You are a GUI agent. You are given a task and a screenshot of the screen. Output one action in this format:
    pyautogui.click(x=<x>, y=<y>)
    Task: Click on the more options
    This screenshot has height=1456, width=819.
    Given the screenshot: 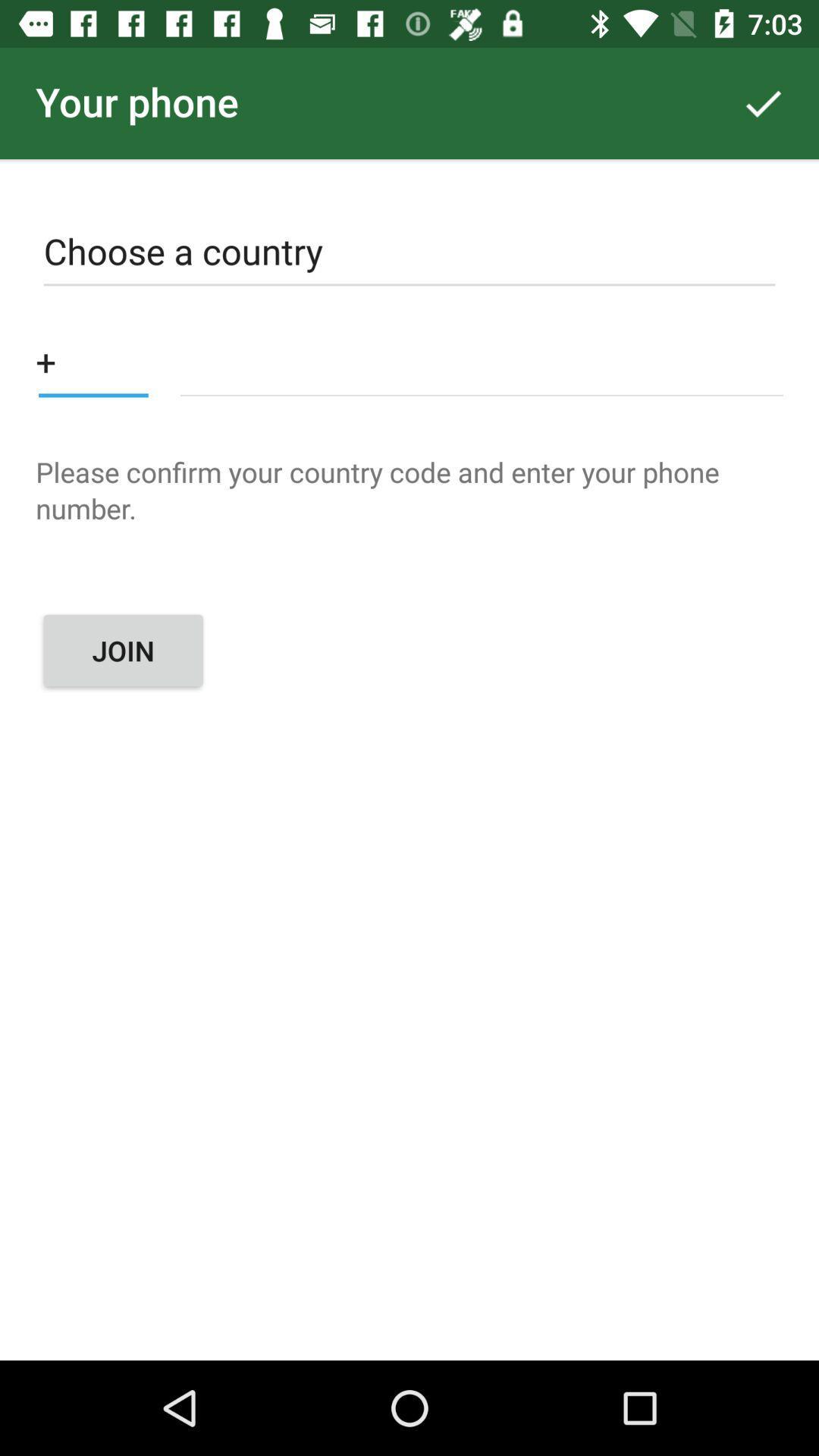 What is the action you would take?
    pyautogui.click(x=93, y=360)
    